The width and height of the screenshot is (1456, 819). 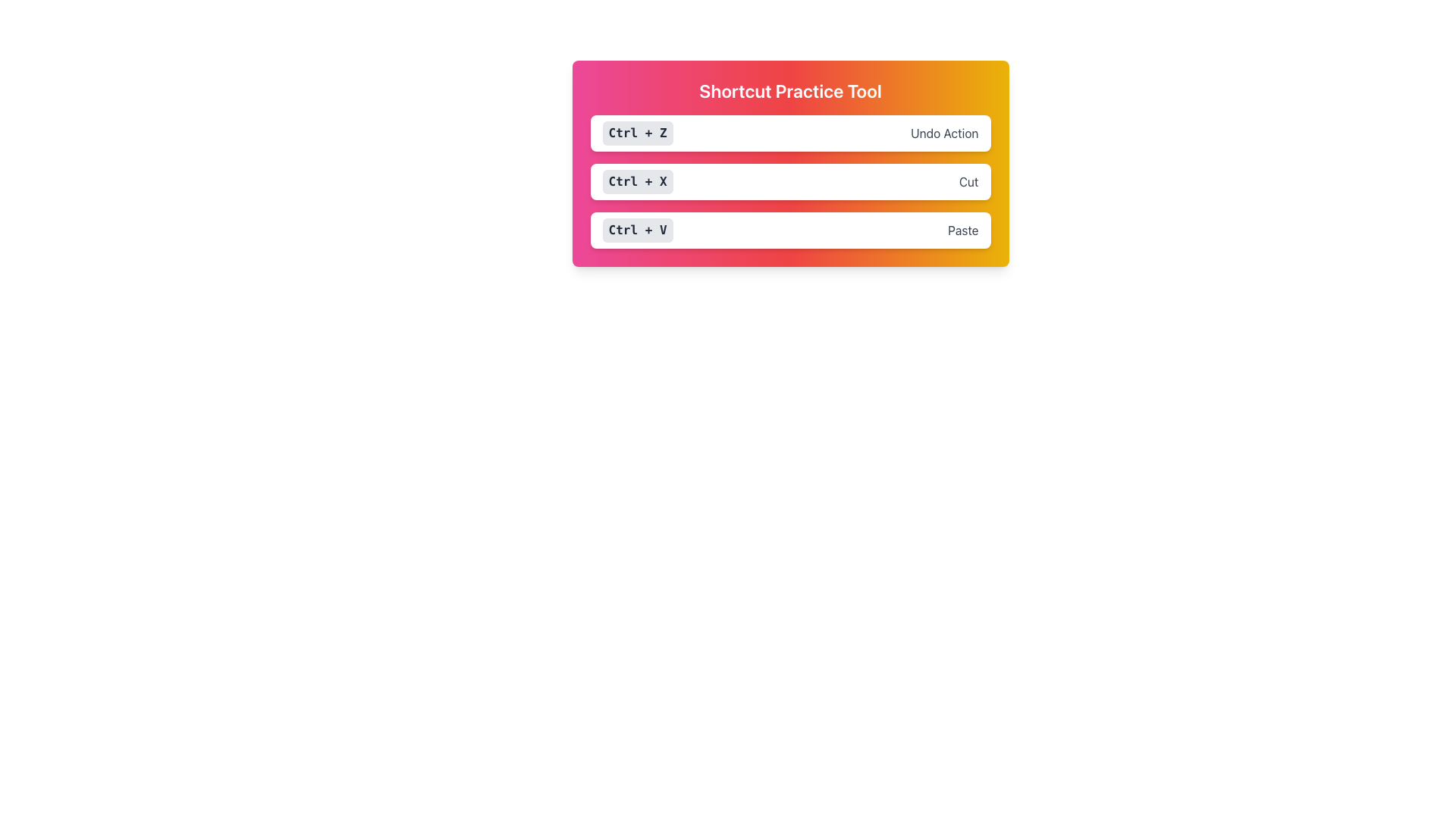 I want to click on the static label displaying the keyboard shortcut 'Ctrl + V' in the third row of keyboard shortcuts, so click(x=637, y=231).